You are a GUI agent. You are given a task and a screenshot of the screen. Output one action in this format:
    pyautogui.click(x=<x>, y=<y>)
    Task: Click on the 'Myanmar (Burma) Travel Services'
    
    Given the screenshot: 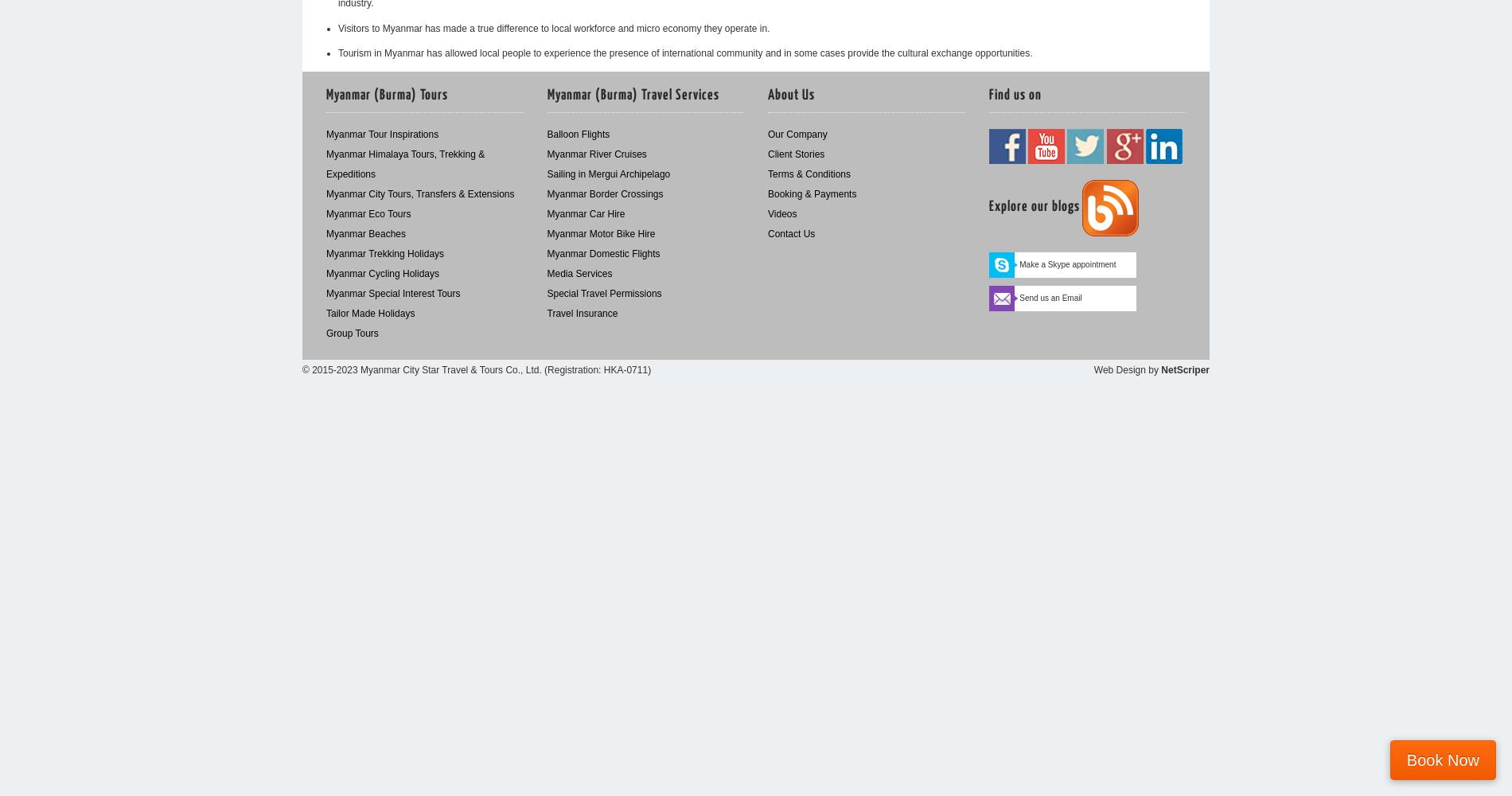 What is the action you would take?
    pyautogui.click(x=547, y=95)
    